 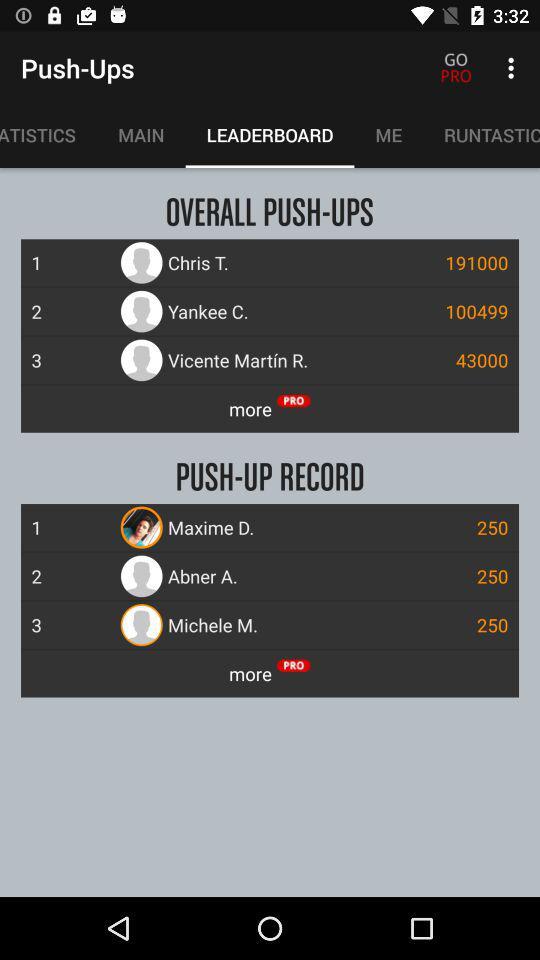 I want to click on the item to the right of leaderboard, so click(x=388, y=134).